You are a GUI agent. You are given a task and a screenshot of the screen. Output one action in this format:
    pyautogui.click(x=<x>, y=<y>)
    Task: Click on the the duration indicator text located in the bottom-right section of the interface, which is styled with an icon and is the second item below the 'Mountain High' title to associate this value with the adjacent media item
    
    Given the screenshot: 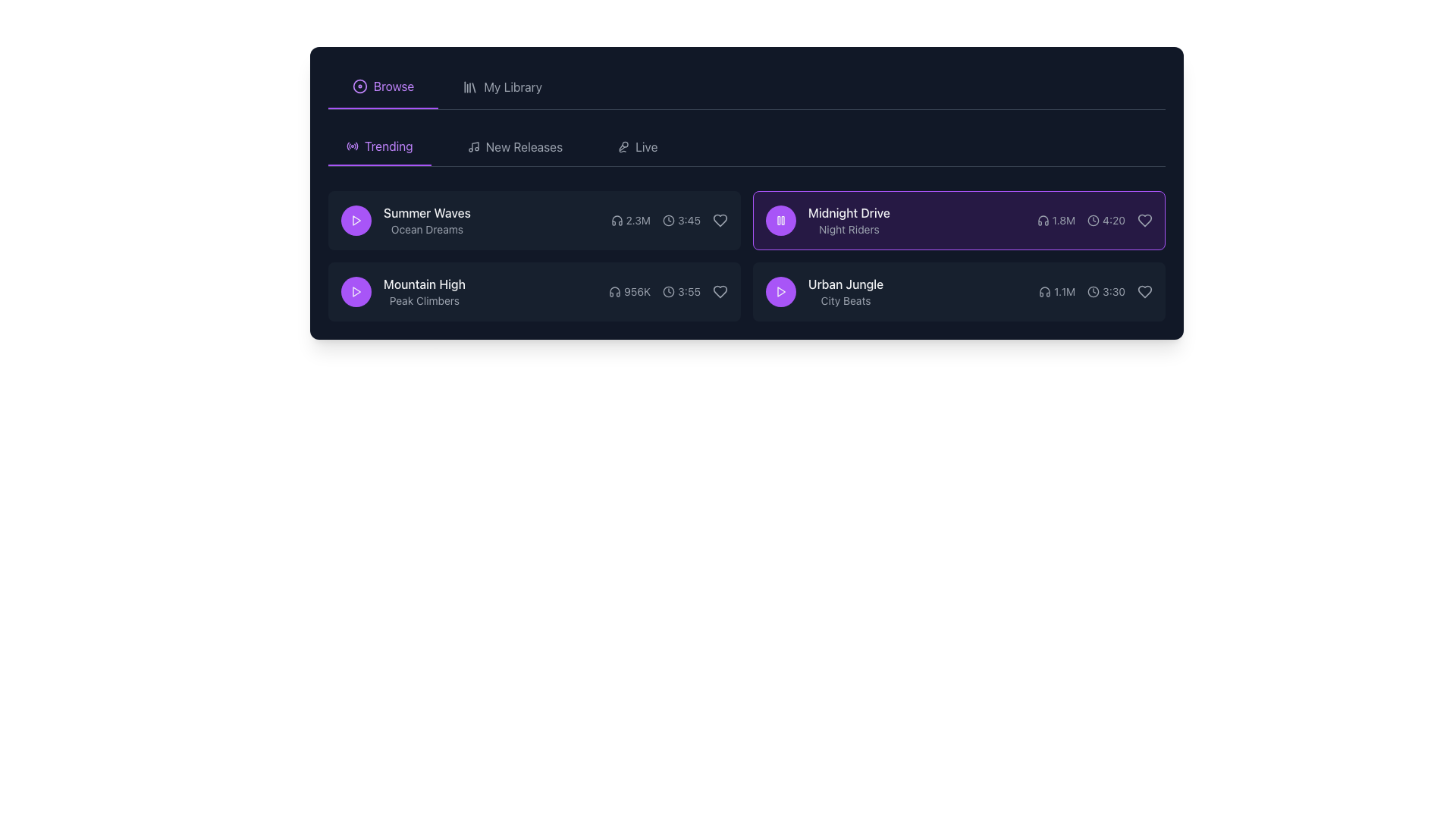 What is the action you would take?
    pyautogui.click(x=667, y=292)
    